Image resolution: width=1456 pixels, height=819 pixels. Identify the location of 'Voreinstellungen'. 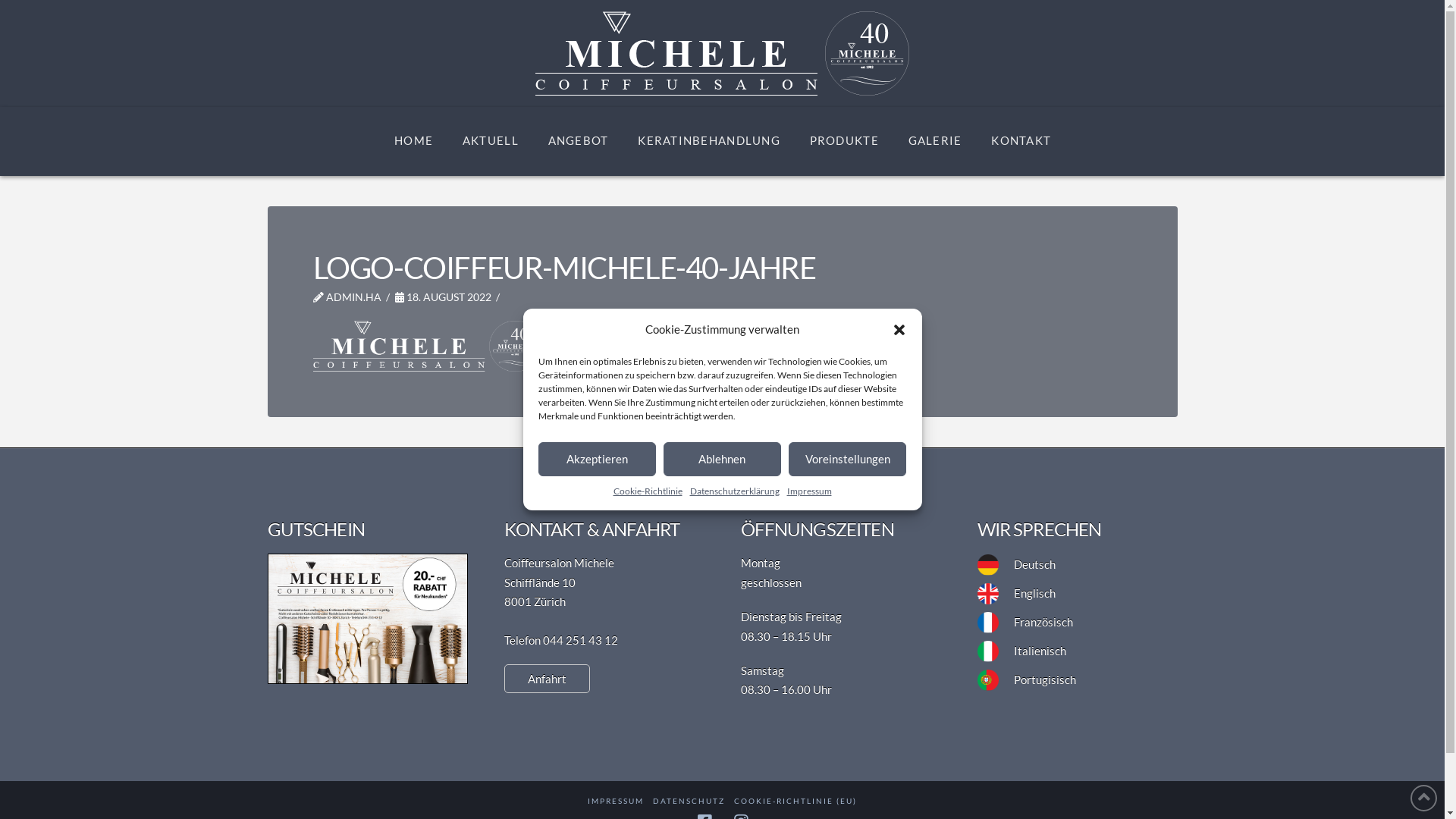
(846, 458).